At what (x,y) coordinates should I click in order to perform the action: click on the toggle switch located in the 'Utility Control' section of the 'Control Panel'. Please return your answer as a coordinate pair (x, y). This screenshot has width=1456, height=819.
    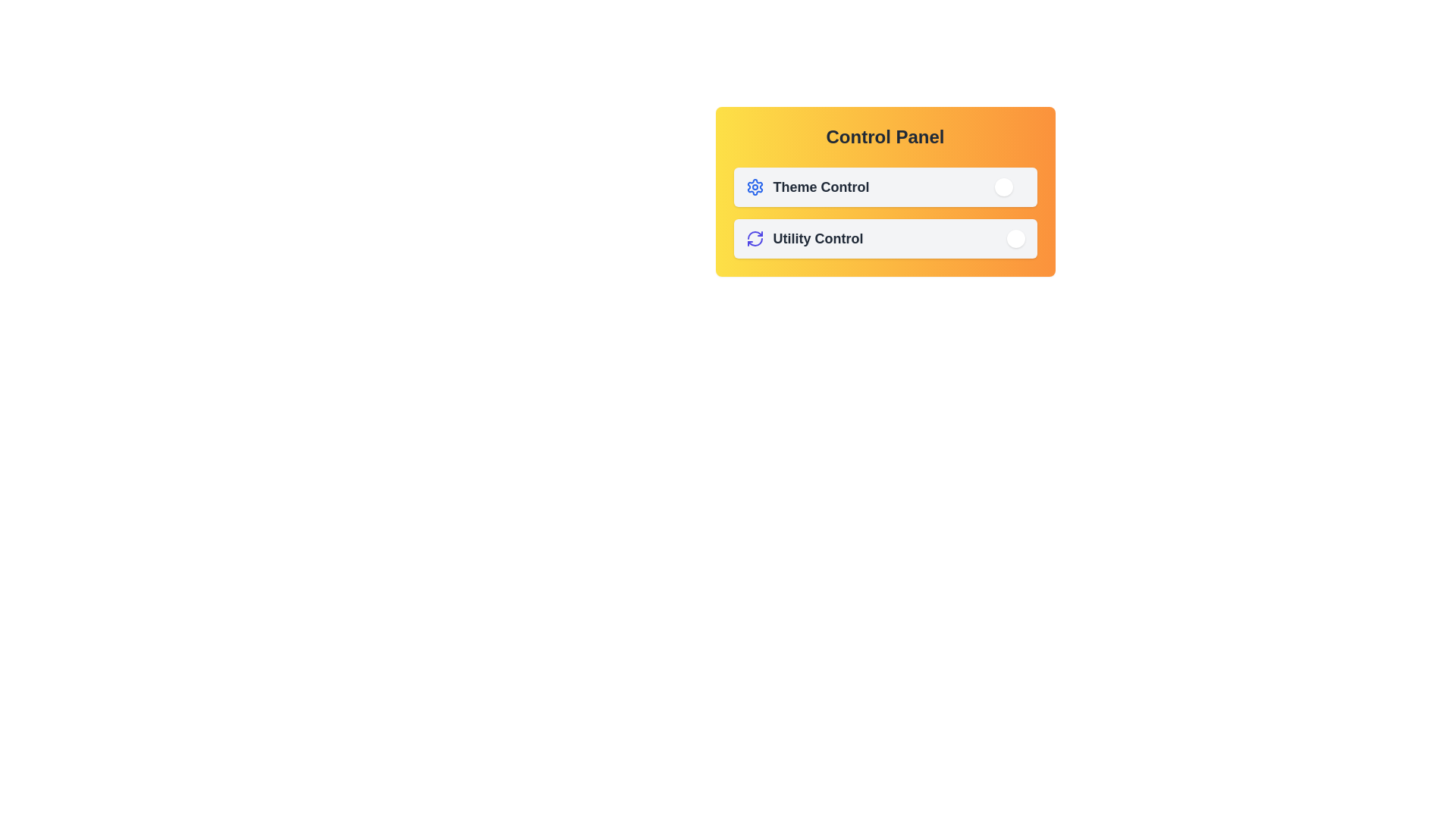
    Looking at the image, I should click on (1009, 239).